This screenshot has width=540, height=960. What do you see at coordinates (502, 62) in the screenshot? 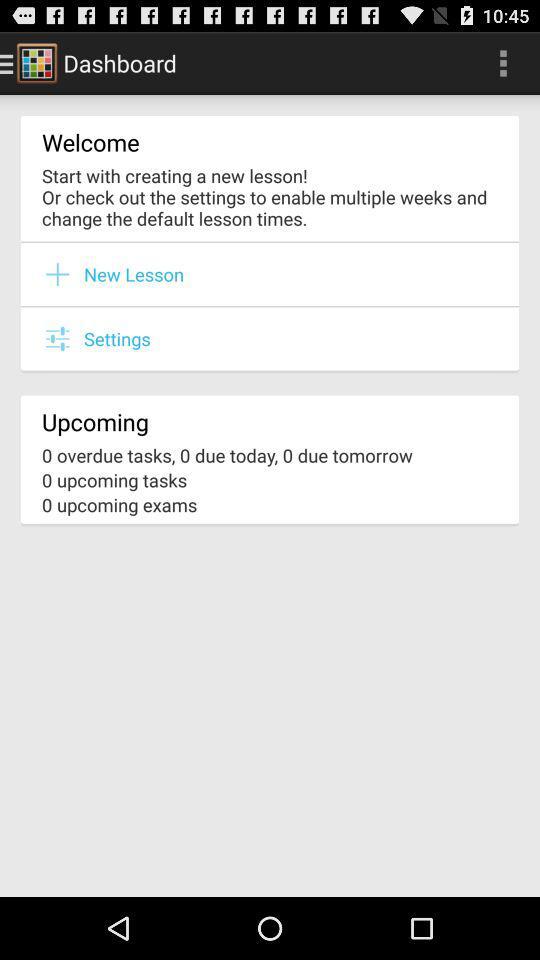
I see `the item to the right of dashboard item` at bounding box center [502, 62].